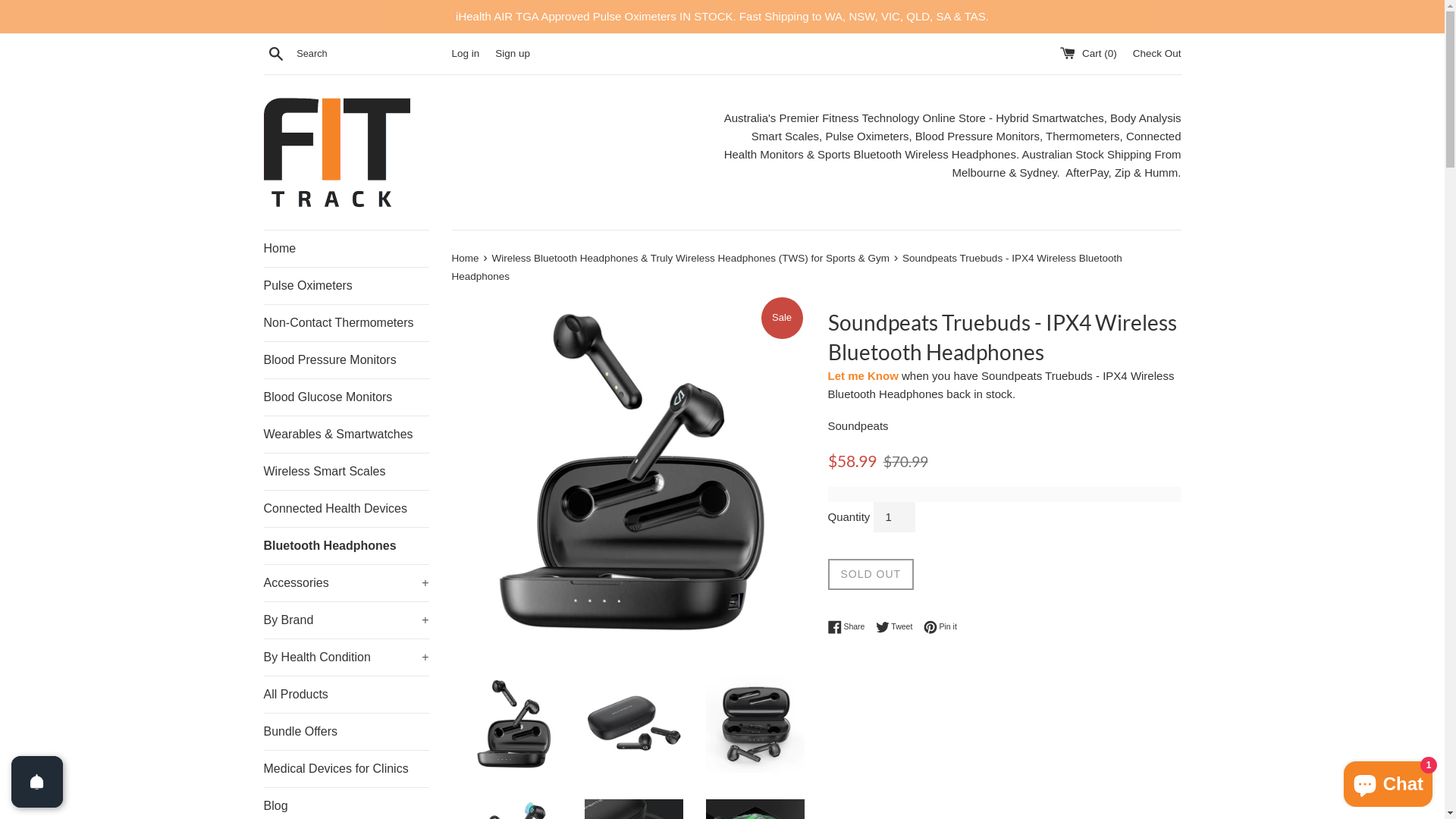  Describe the element at coordinates (1339, 780) in the screenshot. I see `'Shopify online store chat'` at that location.